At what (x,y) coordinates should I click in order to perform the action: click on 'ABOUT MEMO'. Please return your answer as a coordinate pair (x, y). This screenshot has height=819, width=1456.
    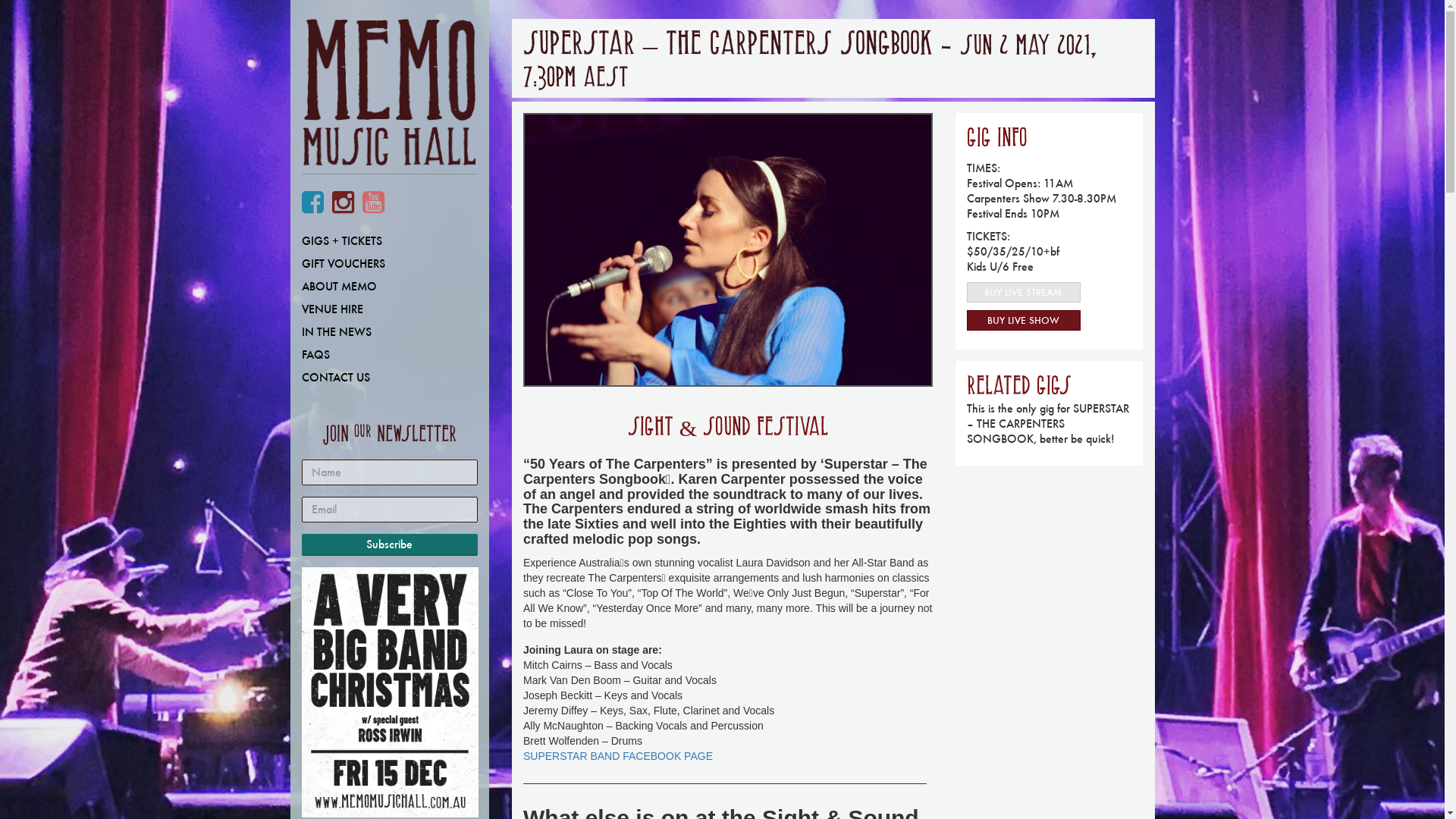
    Looking at the image, I should click on (290, 287).